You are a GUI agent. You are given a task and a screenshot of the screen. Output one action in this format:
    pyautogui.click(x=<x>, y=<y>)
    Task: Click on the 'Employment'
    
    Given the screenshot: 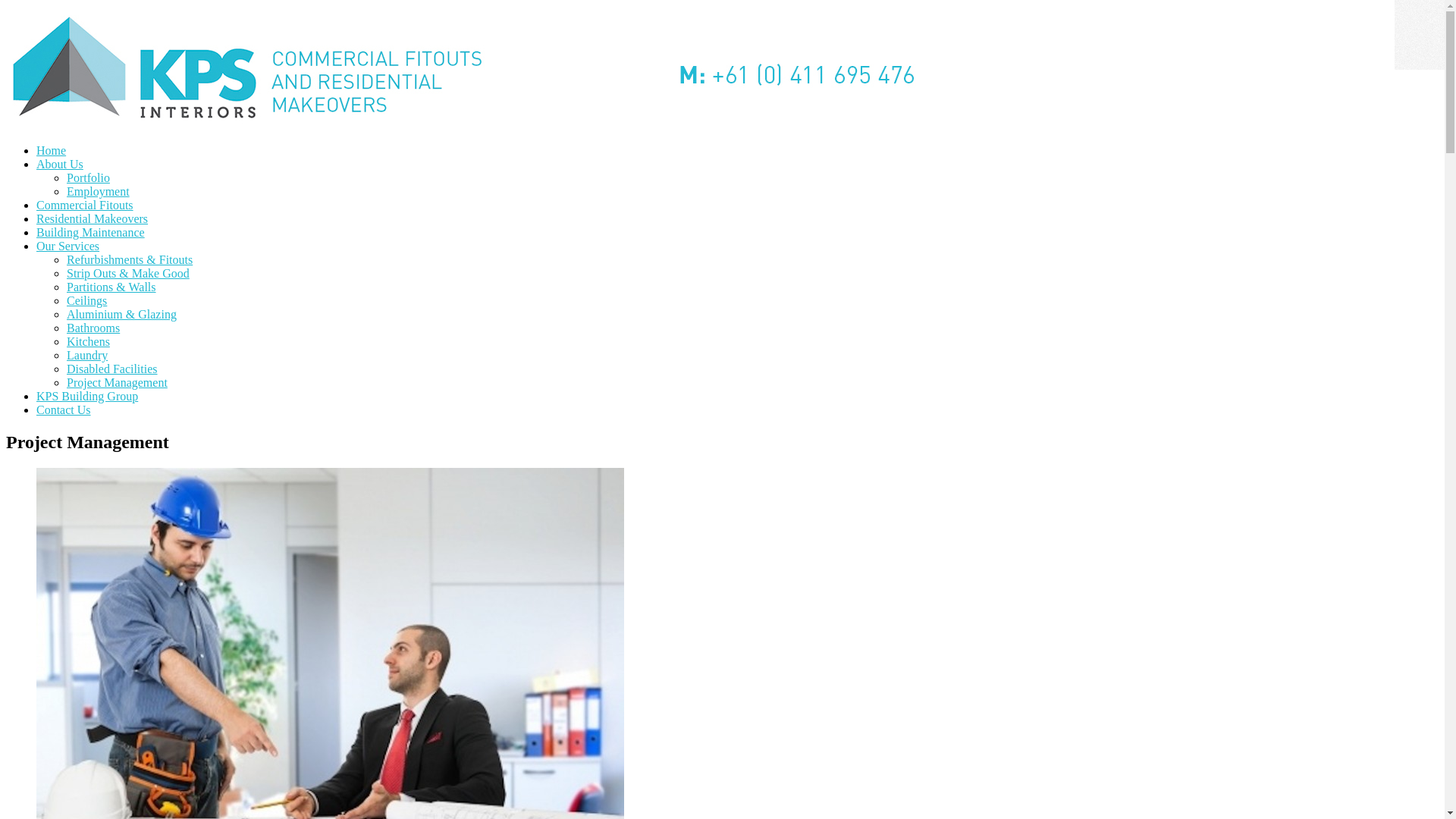 What is the action you would take?
    pyautogui.click(x=97, y=190)
    